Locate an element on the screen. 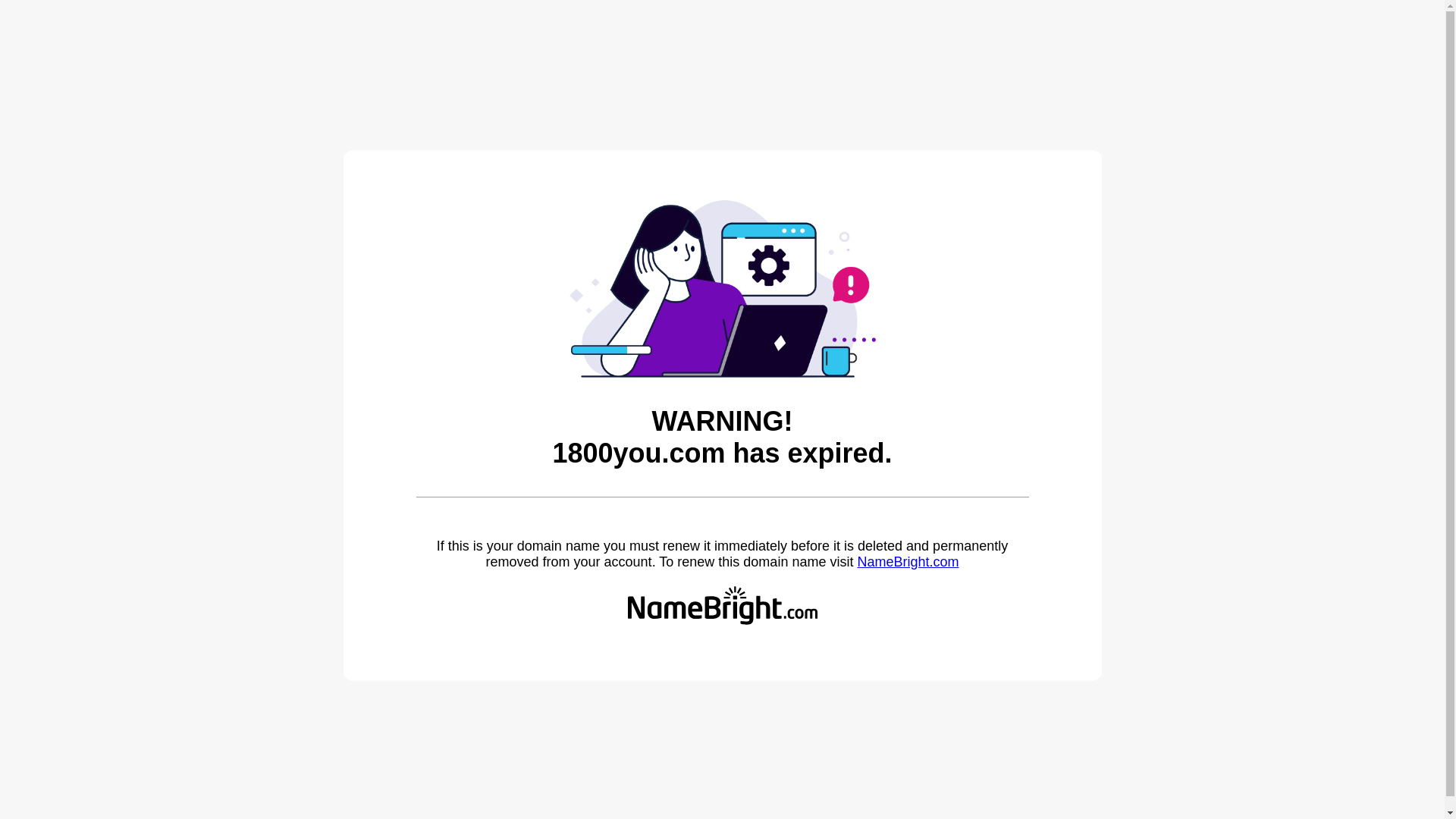 This screenshot has width=1456, height=819. 'NameBright.com' is located at coordinates (856, 561).